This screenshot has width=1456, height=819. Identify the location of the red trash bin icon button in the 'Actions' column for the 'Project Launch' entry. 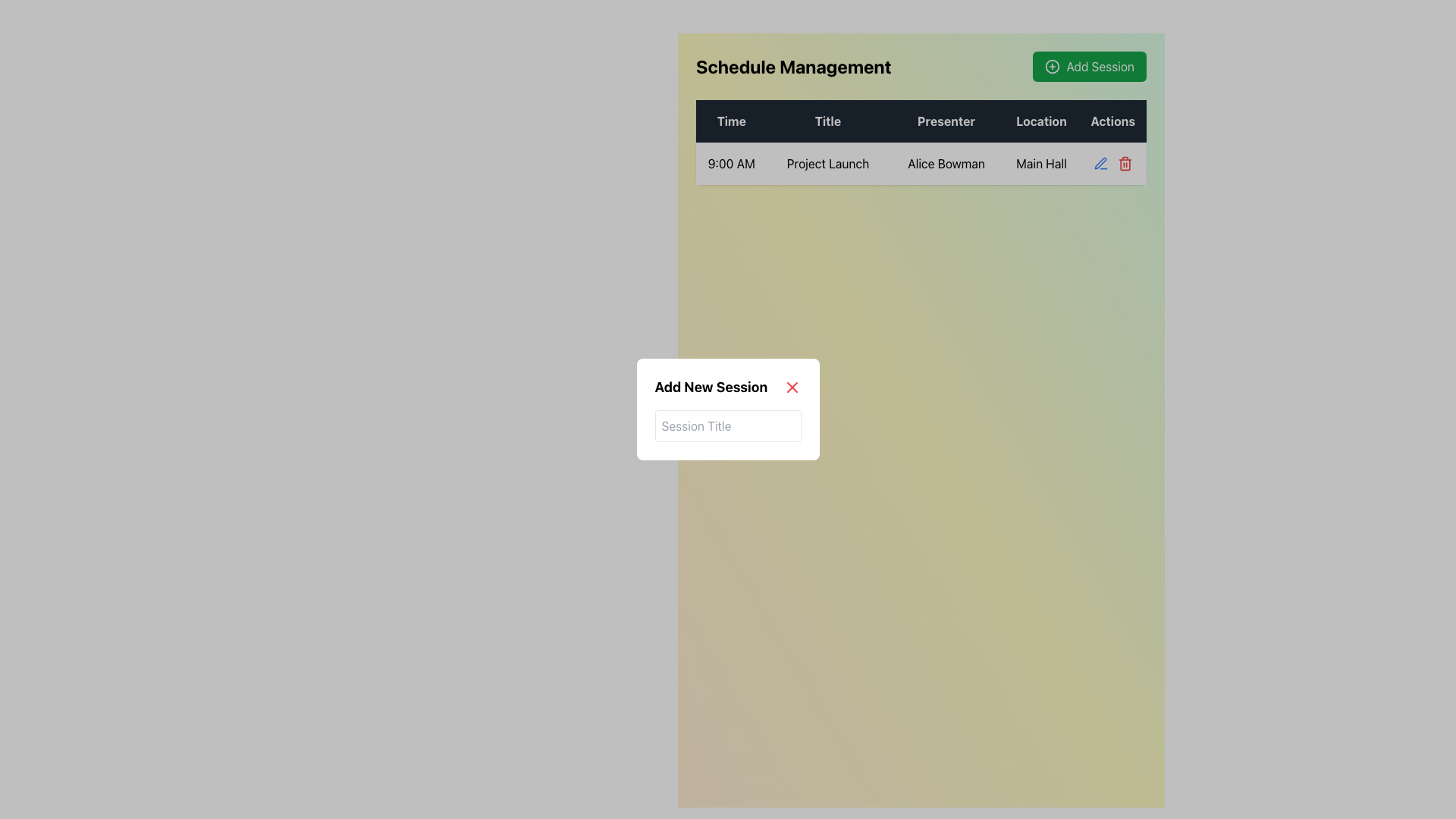
(1125, 164).